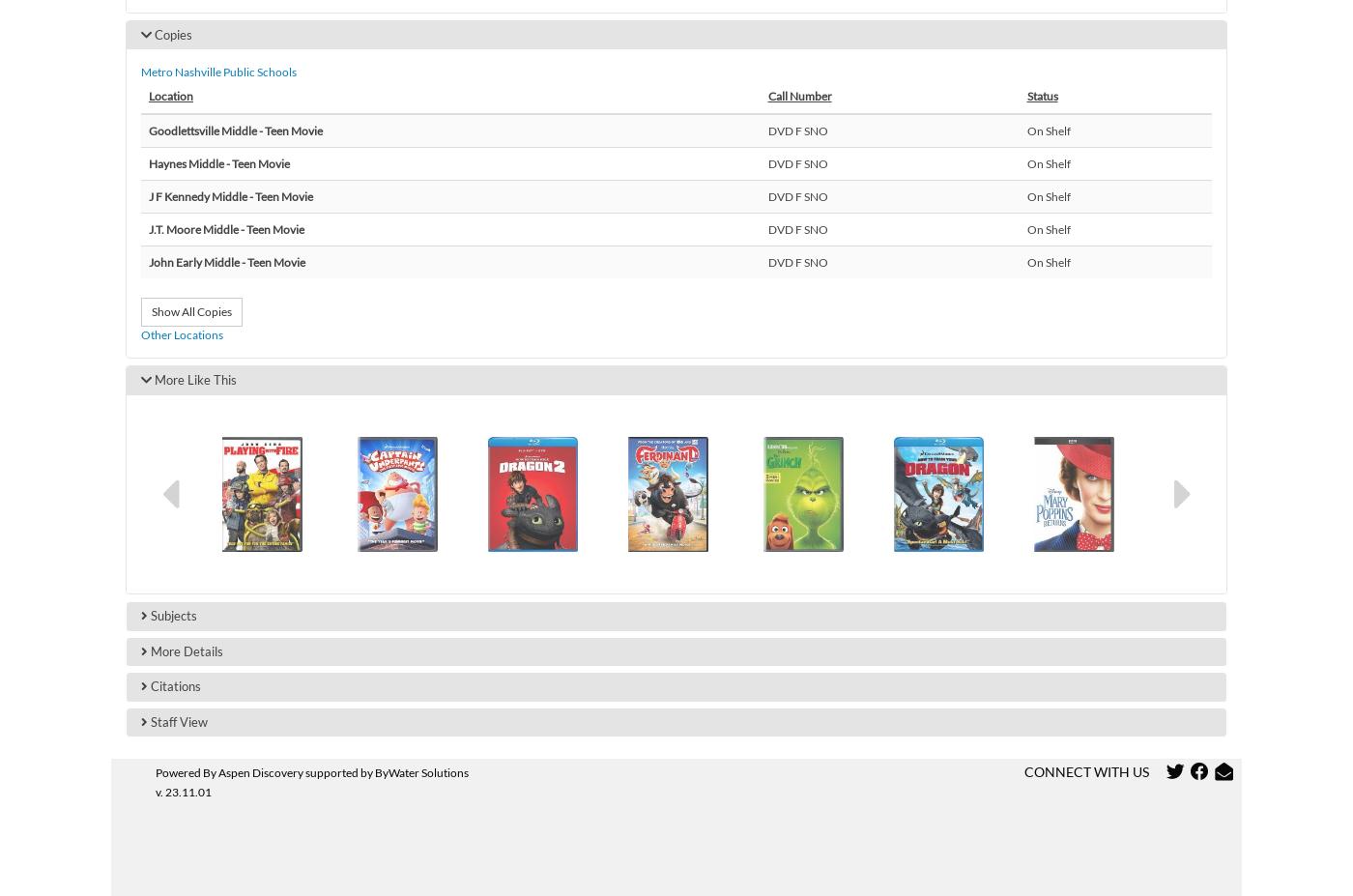 The height and width of the screenshot is (896, 1353). I want to click on 'Goodlettsville Elementary', so click(197, 279).